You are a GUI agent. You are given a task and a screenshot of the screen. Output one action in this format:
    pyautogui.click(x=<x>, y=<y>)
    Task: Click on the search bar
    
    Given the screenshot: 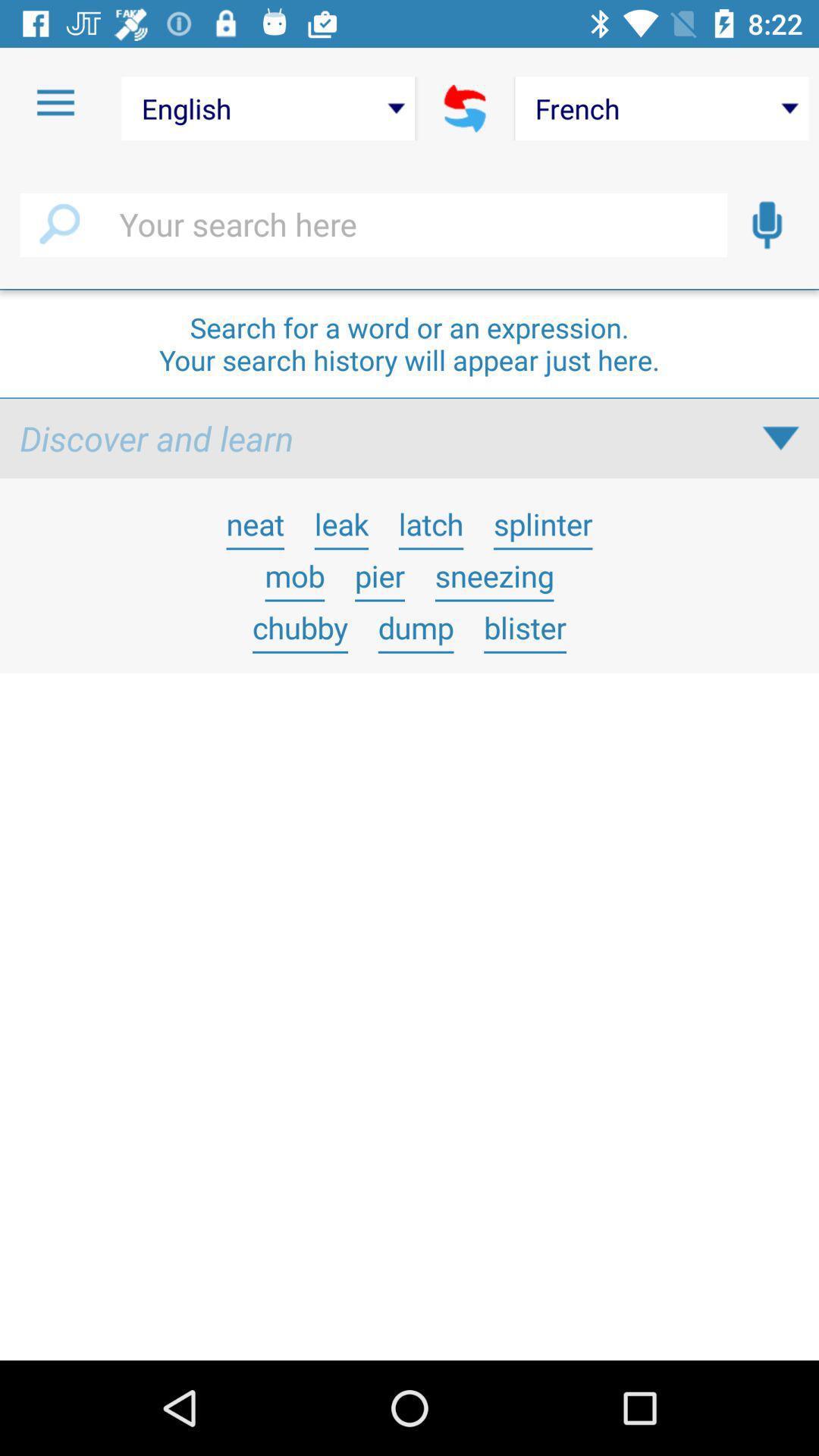 What is the action you would take?
    pyautogui.click(x=373, y=224)
    